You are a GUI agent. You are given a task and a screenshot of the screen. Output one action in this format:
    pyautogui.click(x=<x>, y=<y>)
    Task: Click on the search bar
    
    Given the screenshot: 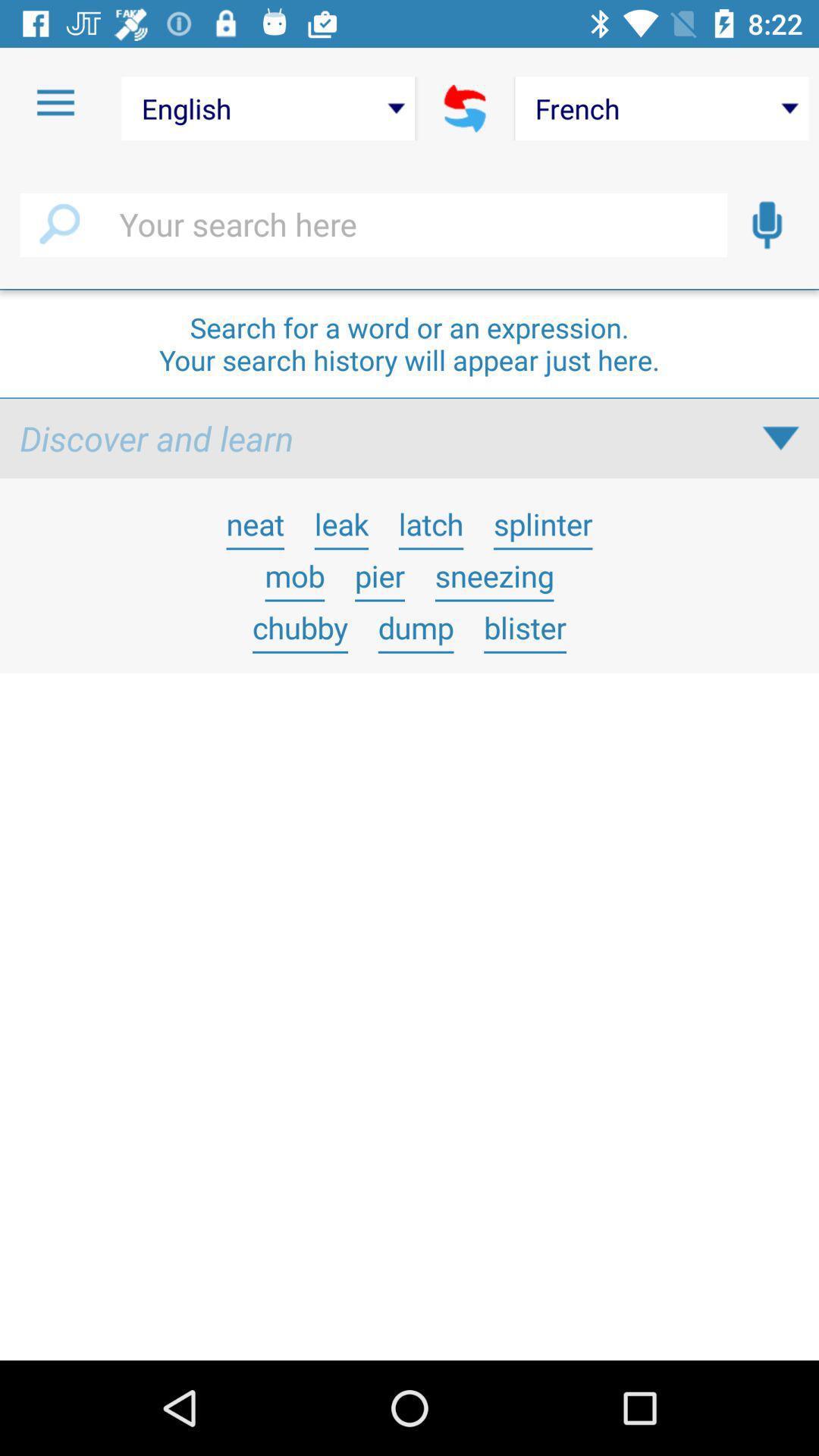 What is the action you would take?
    pyautogui.click(x=373, y=224)
    